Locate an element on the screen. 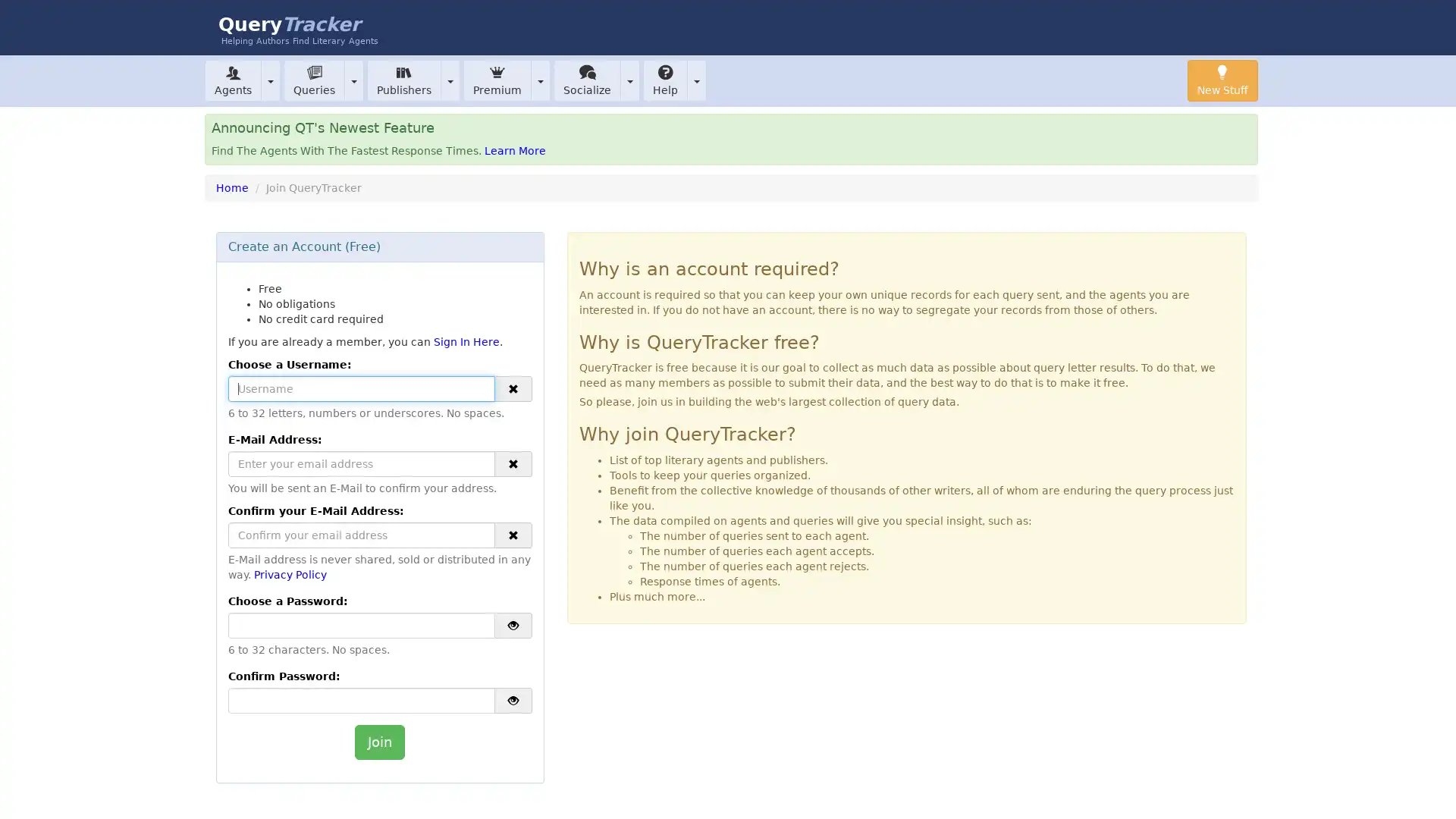 The height and width of the screenshot is (819, 1456). Toggle Dropdown is located at coordinates (270, 80).